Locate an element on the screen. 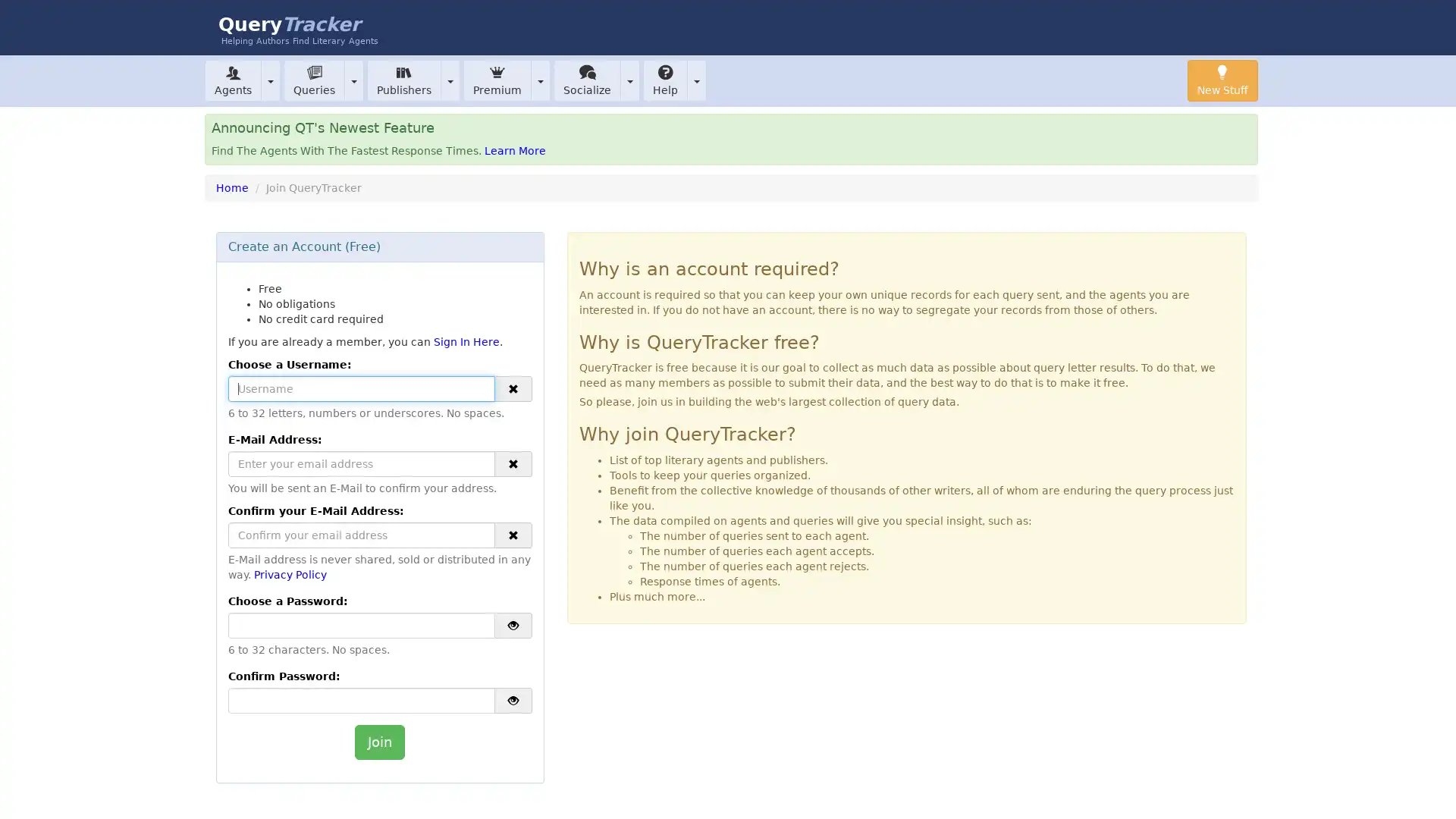 The height and width of the screenshot is (819, 1456). Toggle Dropdown is located at coordinates (270, 80).